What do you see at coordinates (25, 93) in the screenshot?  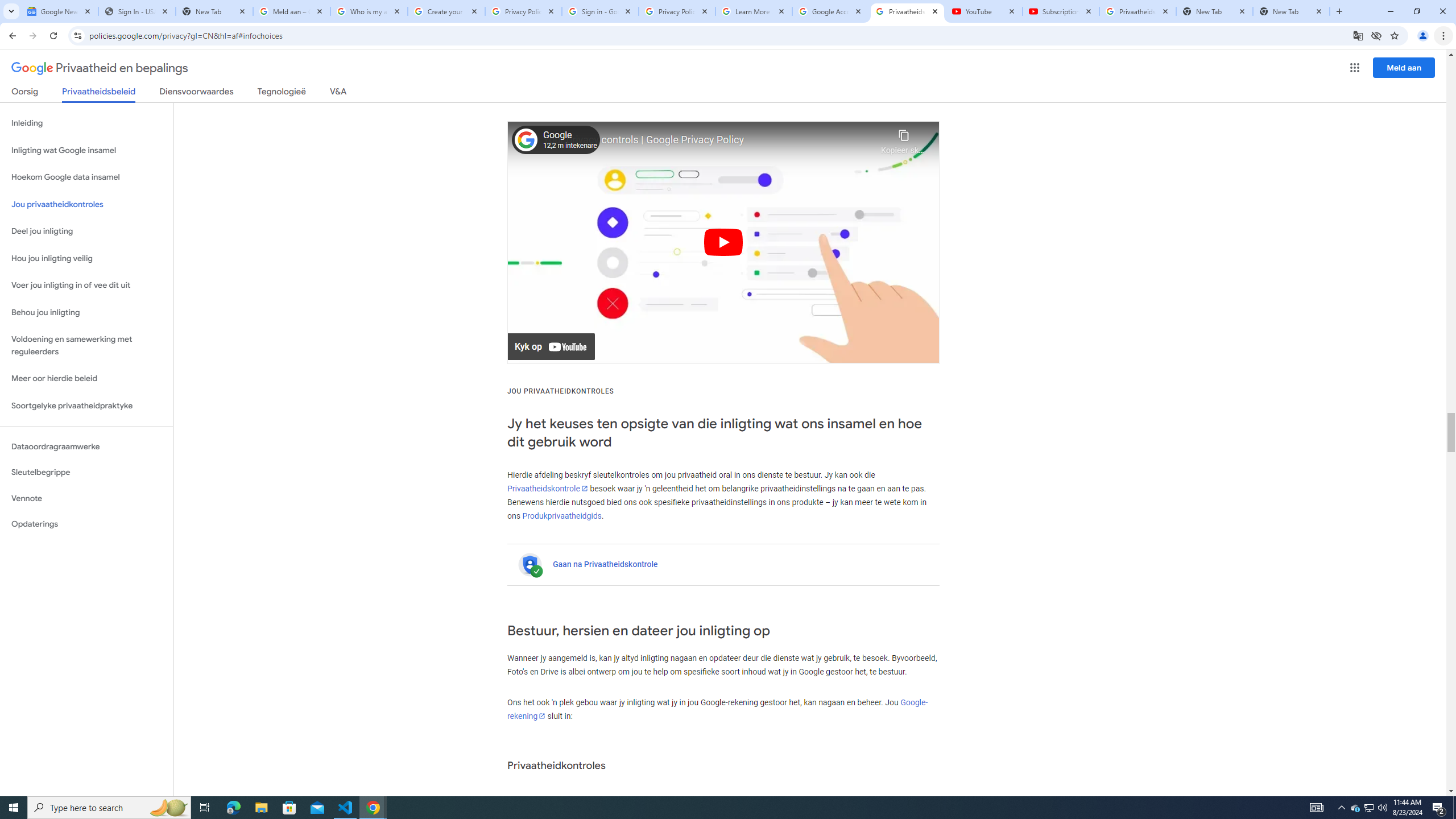 I see `'Oorsig'` at bounding box center [25, 93].